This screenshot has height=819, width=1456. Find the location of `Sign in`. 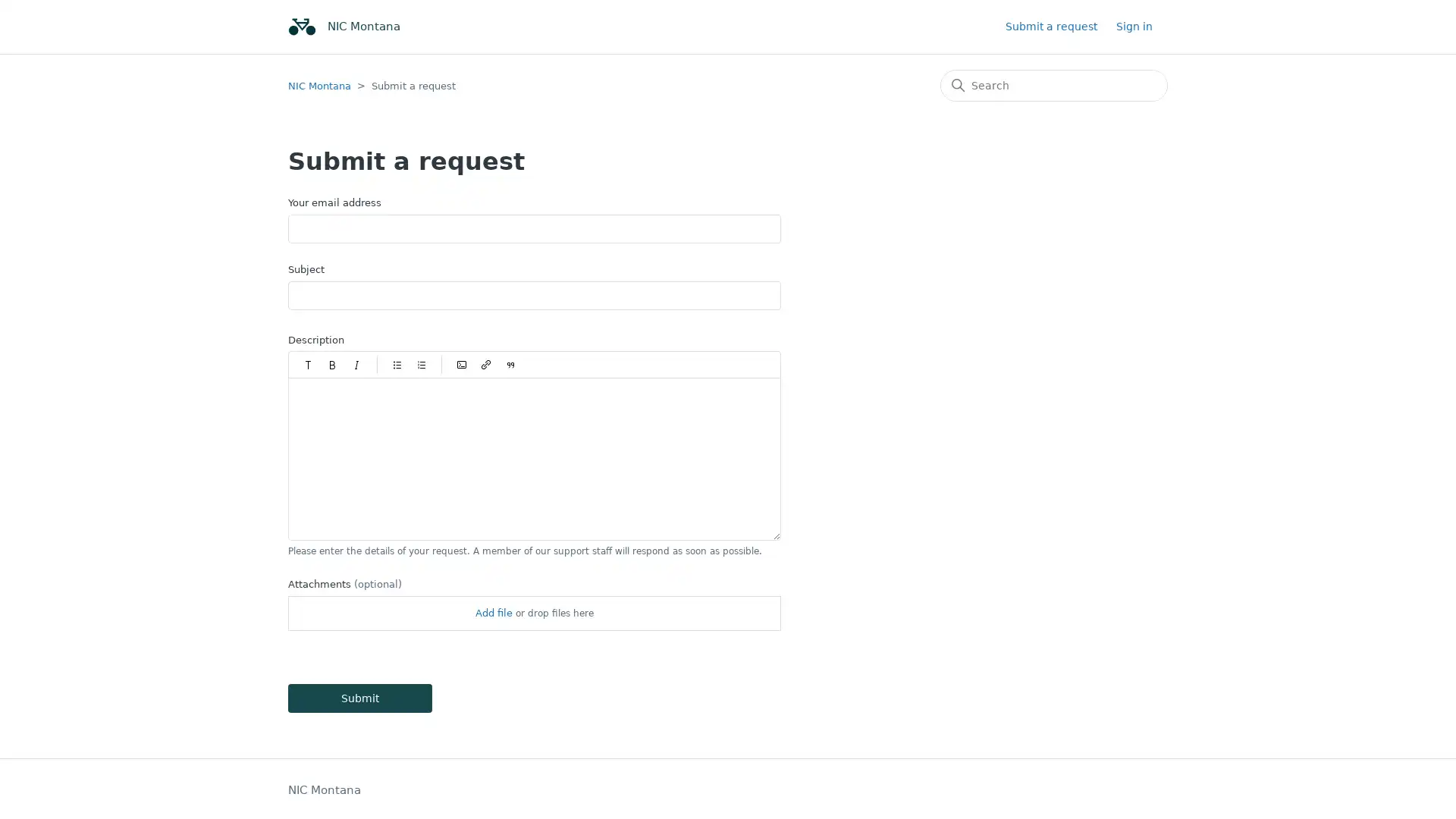

Sign in is located at coordinates (1142, 27).